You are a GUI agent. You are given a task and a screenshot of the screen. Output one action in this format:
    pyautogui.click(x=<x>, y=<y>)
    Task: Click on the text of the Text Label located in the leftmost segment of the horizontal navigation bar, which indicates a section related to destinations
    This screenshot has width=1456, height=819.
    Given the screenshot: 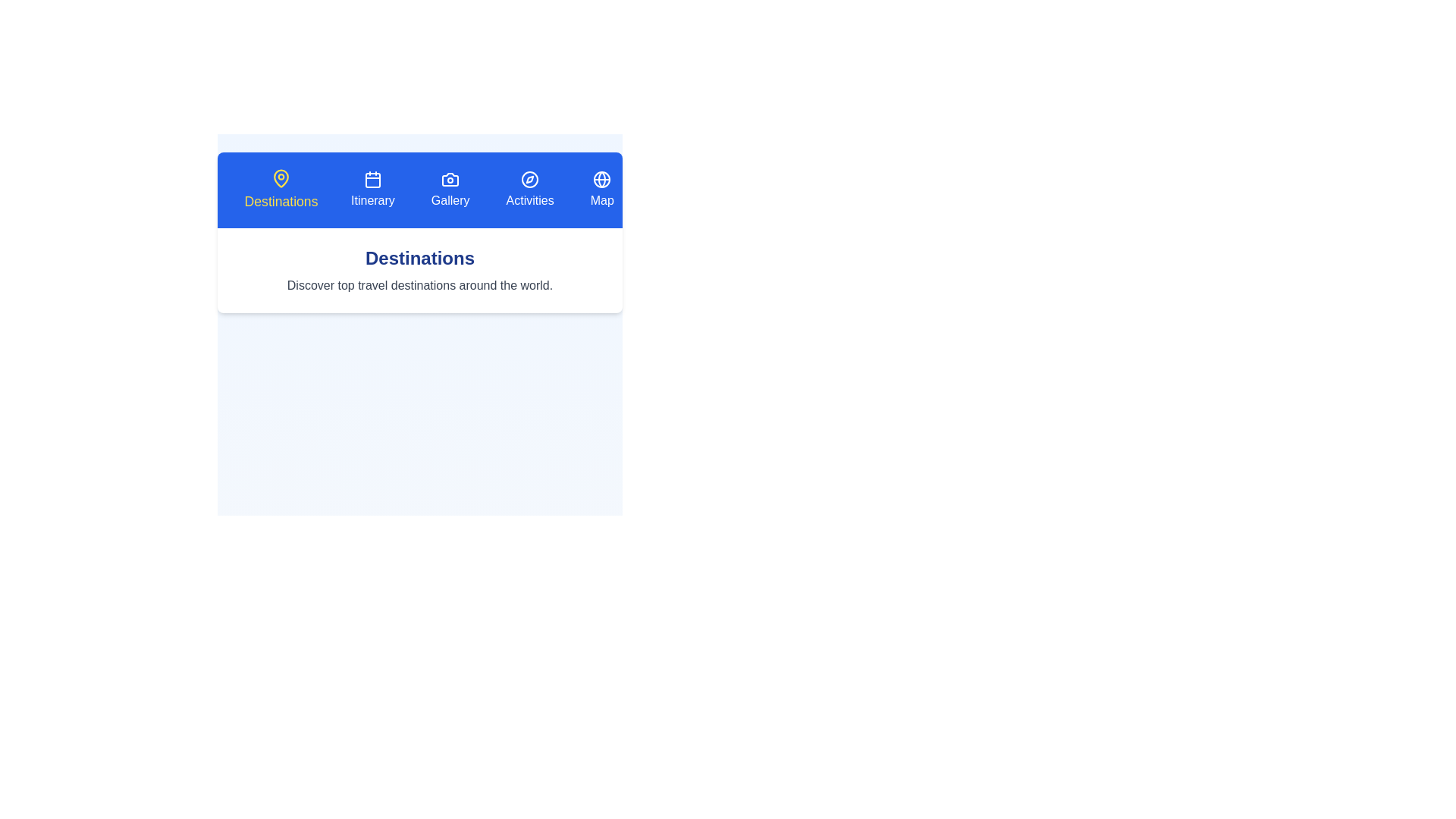 What is the action you would take?
    pyautogui.click(x=281, y=201)
    